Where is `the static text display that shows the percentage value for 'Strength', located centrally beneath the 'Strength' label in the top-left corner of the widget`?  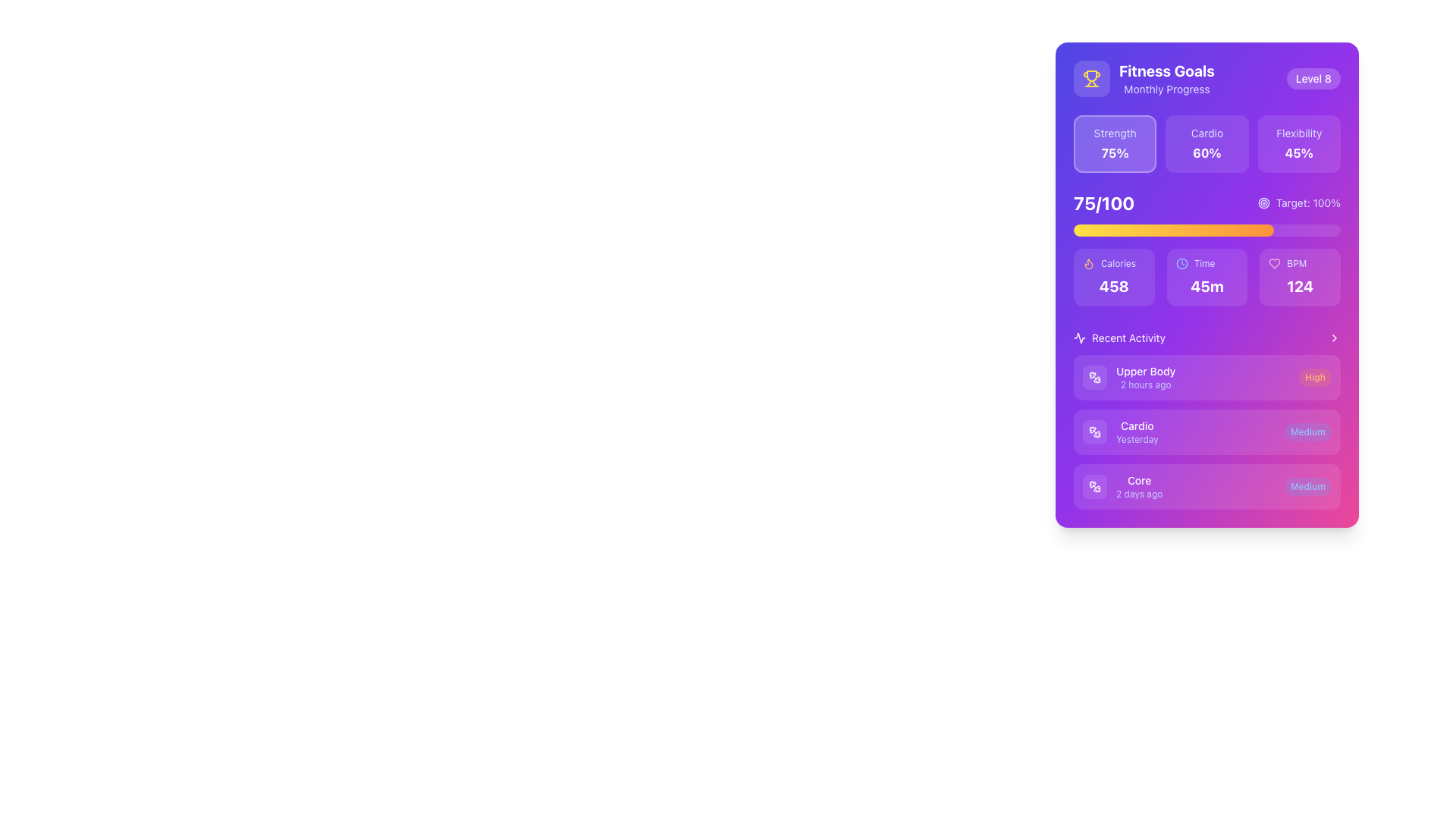 the static text display that shows the percentage value for 'Strength', located centrally beneath the 'Strength' label in the top-left corner of the widget is located at coordinates (1115, 152).